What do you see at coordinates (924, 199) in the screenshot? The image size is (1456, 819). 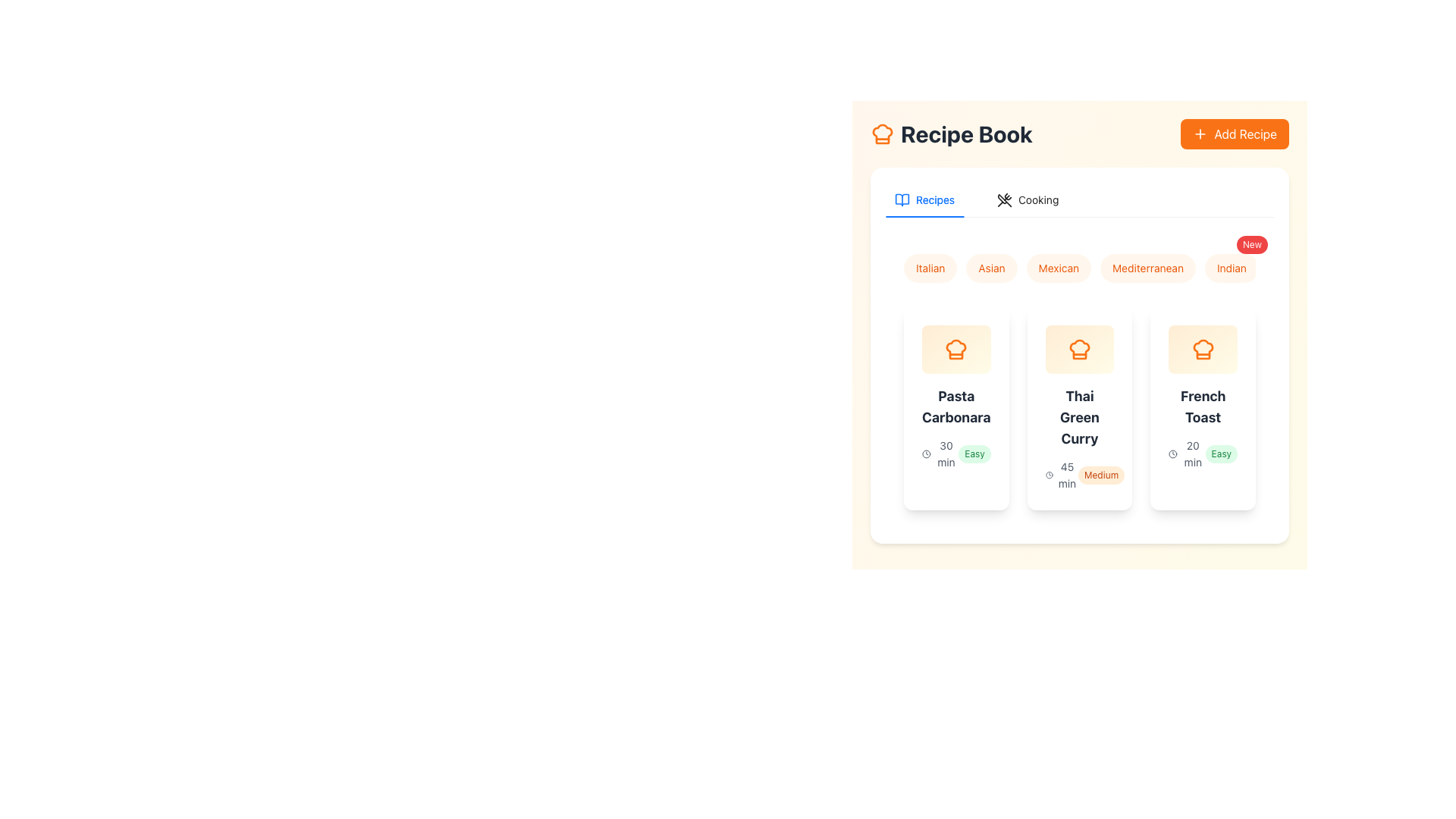 I see `the active 'Recipes' tab which is the first tab in the tab bar, depicted with a blue open book icon and bold blue text` at bounding box center [924, 199].